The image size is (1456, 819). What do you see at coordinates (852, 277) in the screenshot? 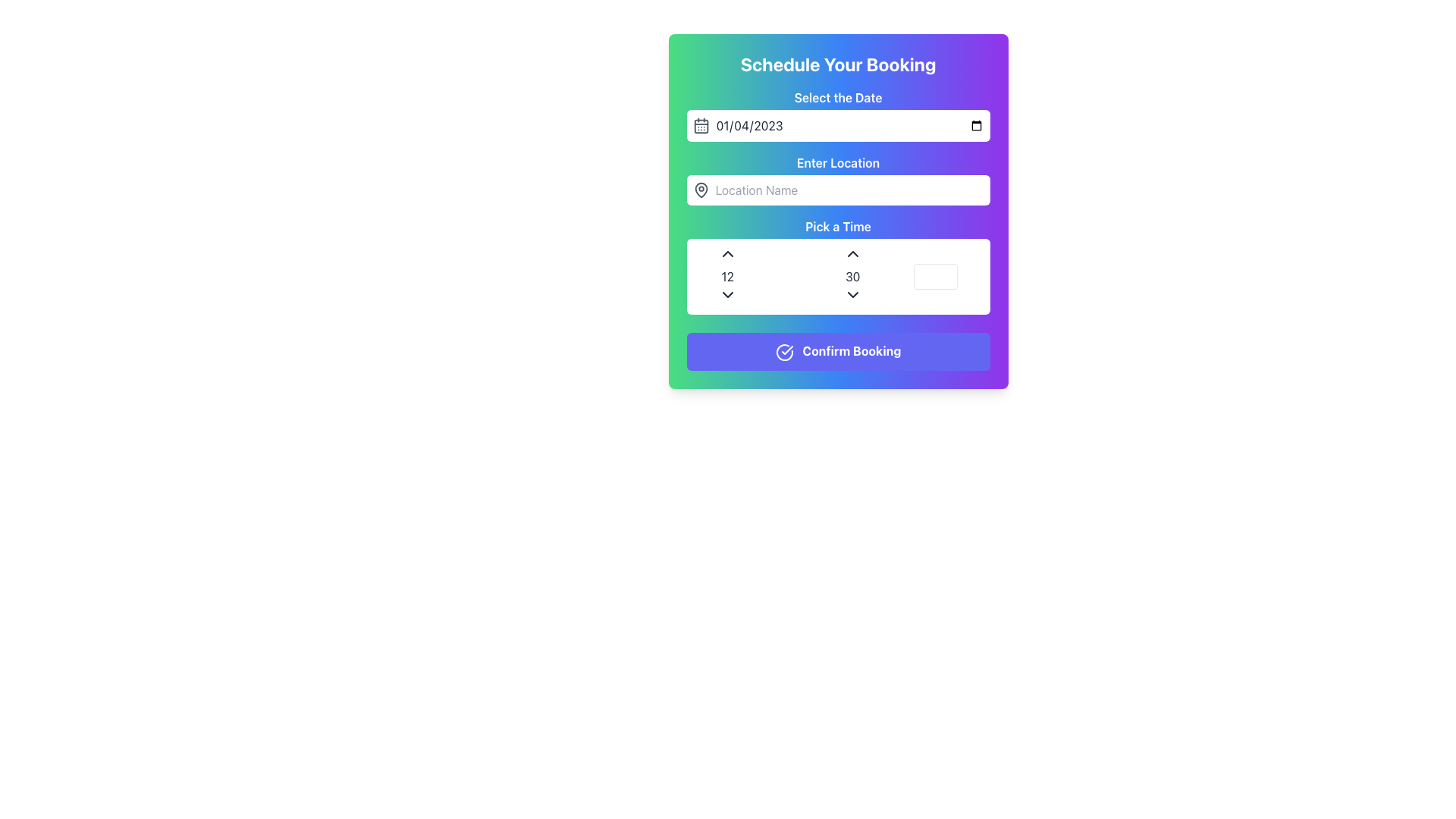
I see `numerical text '30' displayed in dark color within the time selector interface, positioned between two arrow buttons for time increments` at bounding box center [852, 277].